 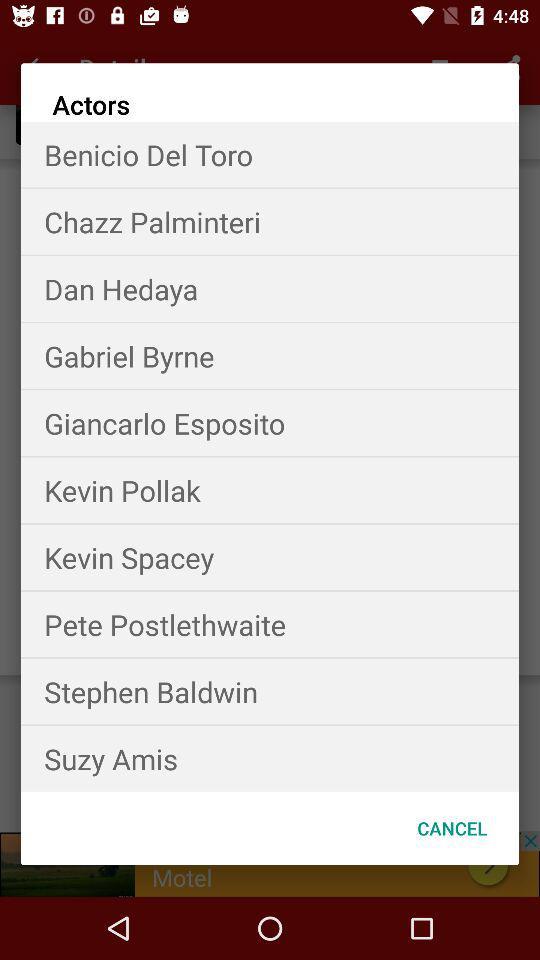 I want to click on item above    dan hedaya icon, so click(x=270, y=221).